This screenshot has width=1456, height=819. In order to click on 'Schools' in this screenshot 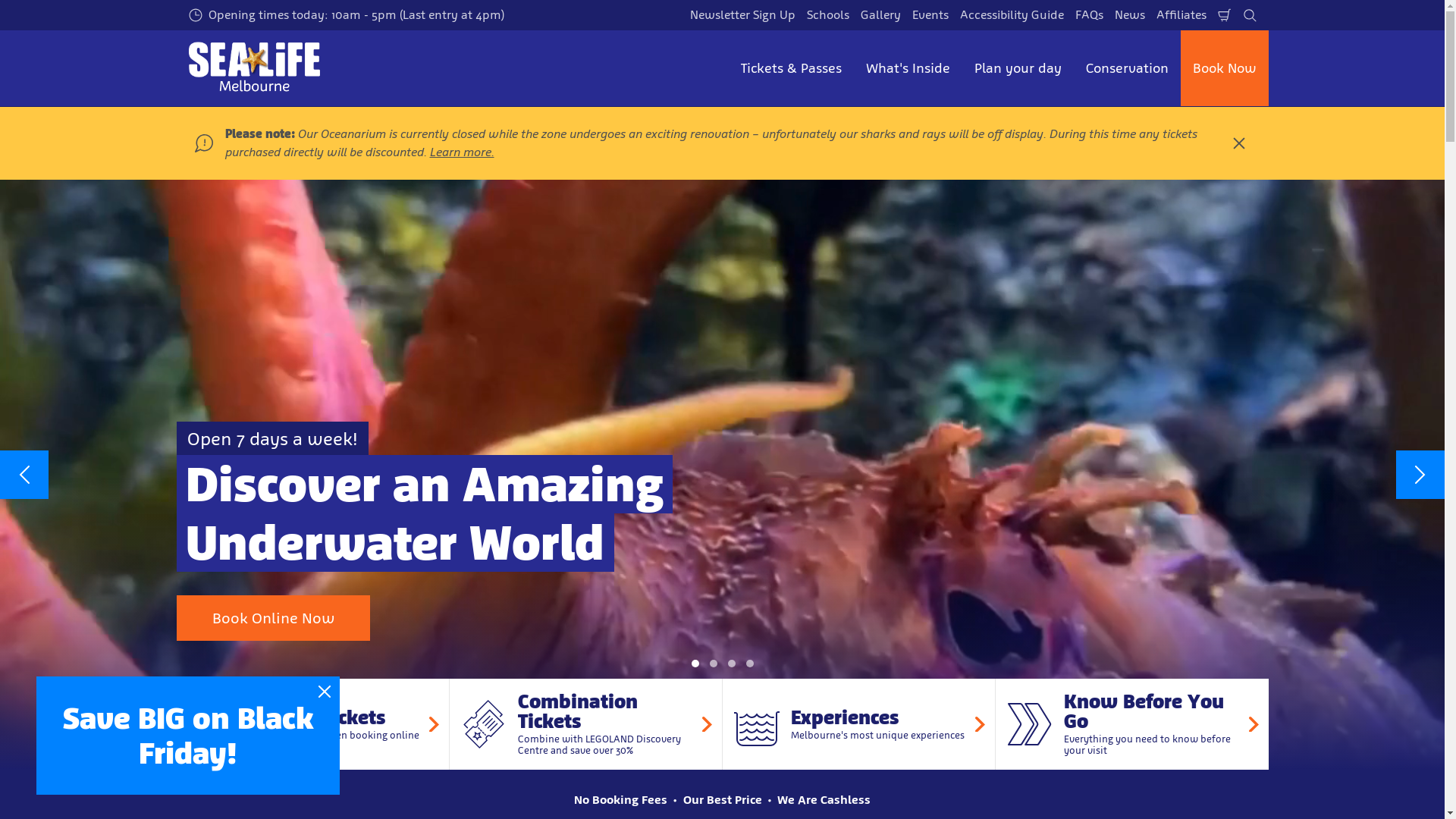, I will do `click(826, 14)`.